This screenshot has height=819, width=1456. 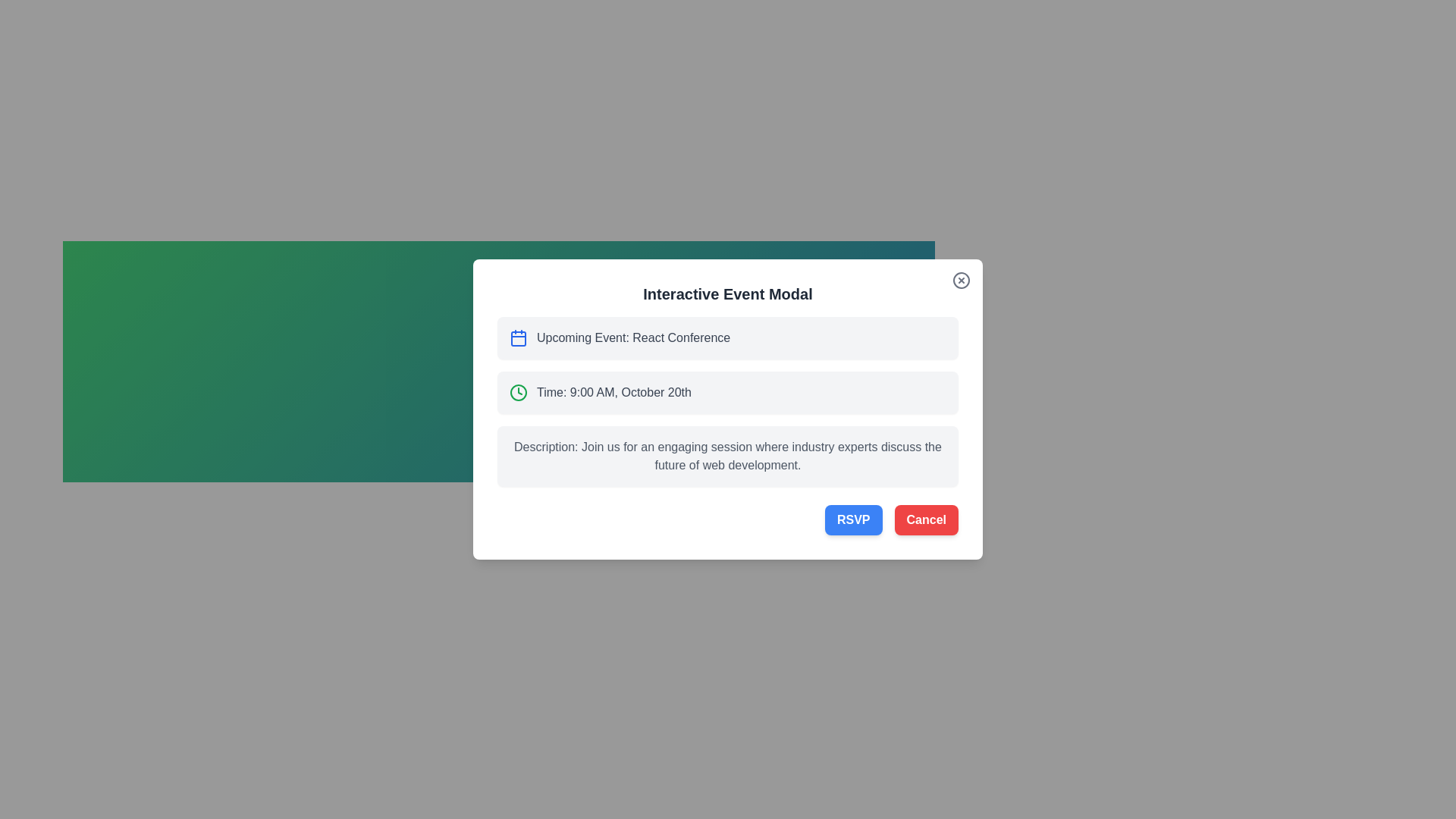 What do you see at coordinates (960, 281) in the screenshot?
I see `the close button, which is a circular button with a cross icon located at the top-right corner of the 'Interactive Event Modal'` at bounding box center [960, 281].